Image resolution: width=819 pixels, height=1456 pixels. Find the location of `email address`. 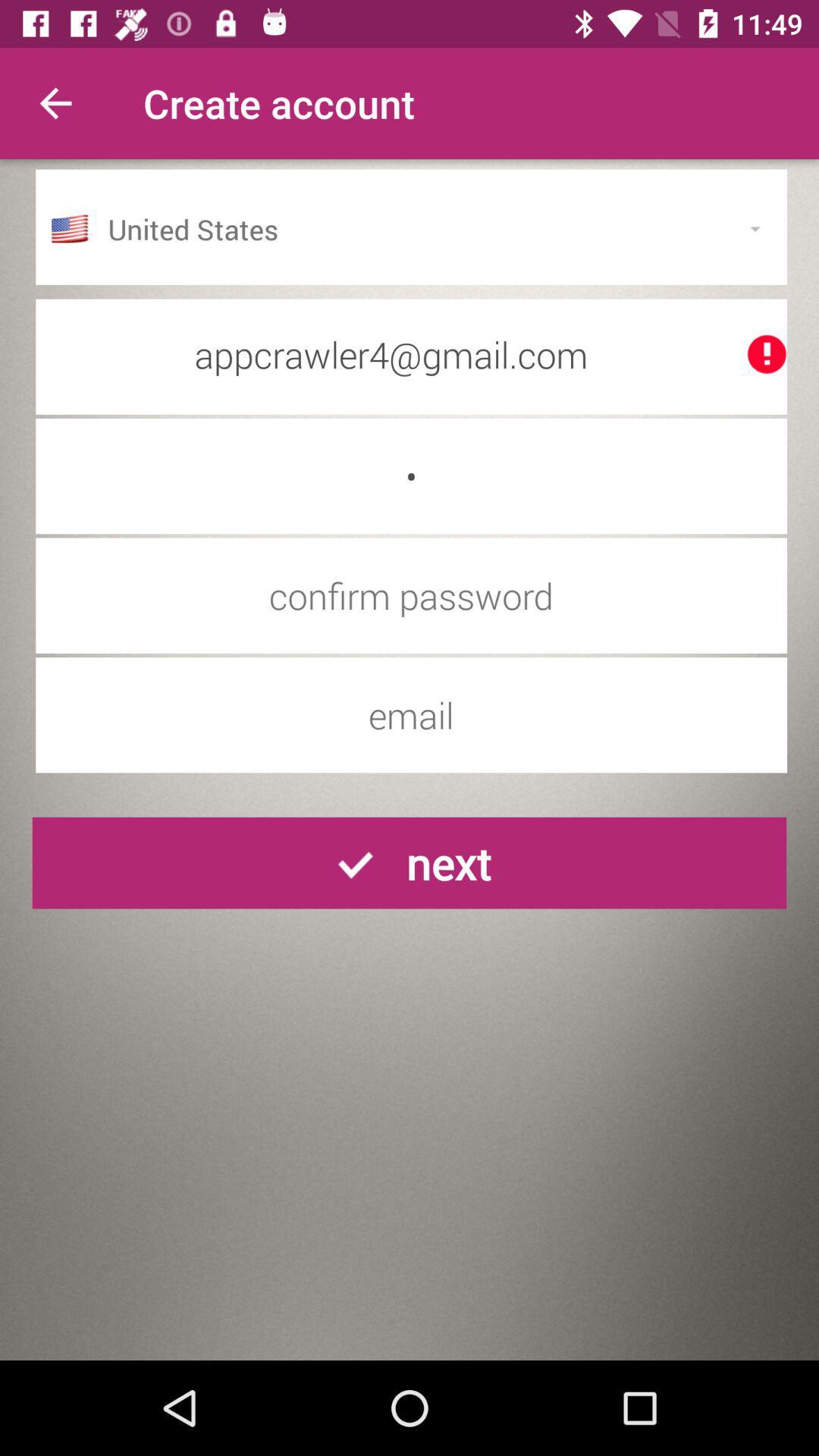

email address is located at coordinates (411, 714).